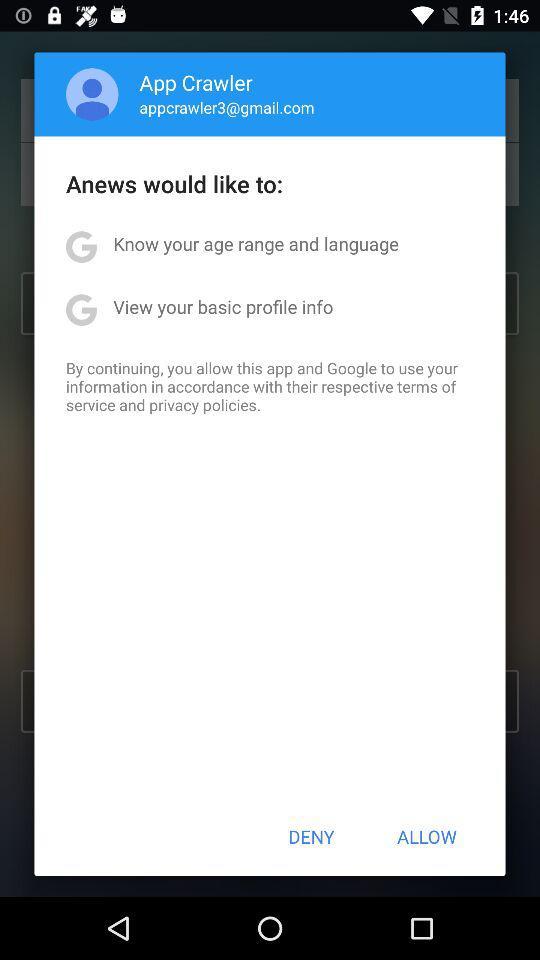  What do you see at coordinates (226, 107) in the screenshot?
I see `the icon below app crawler item` at bounding box center [226, 107].